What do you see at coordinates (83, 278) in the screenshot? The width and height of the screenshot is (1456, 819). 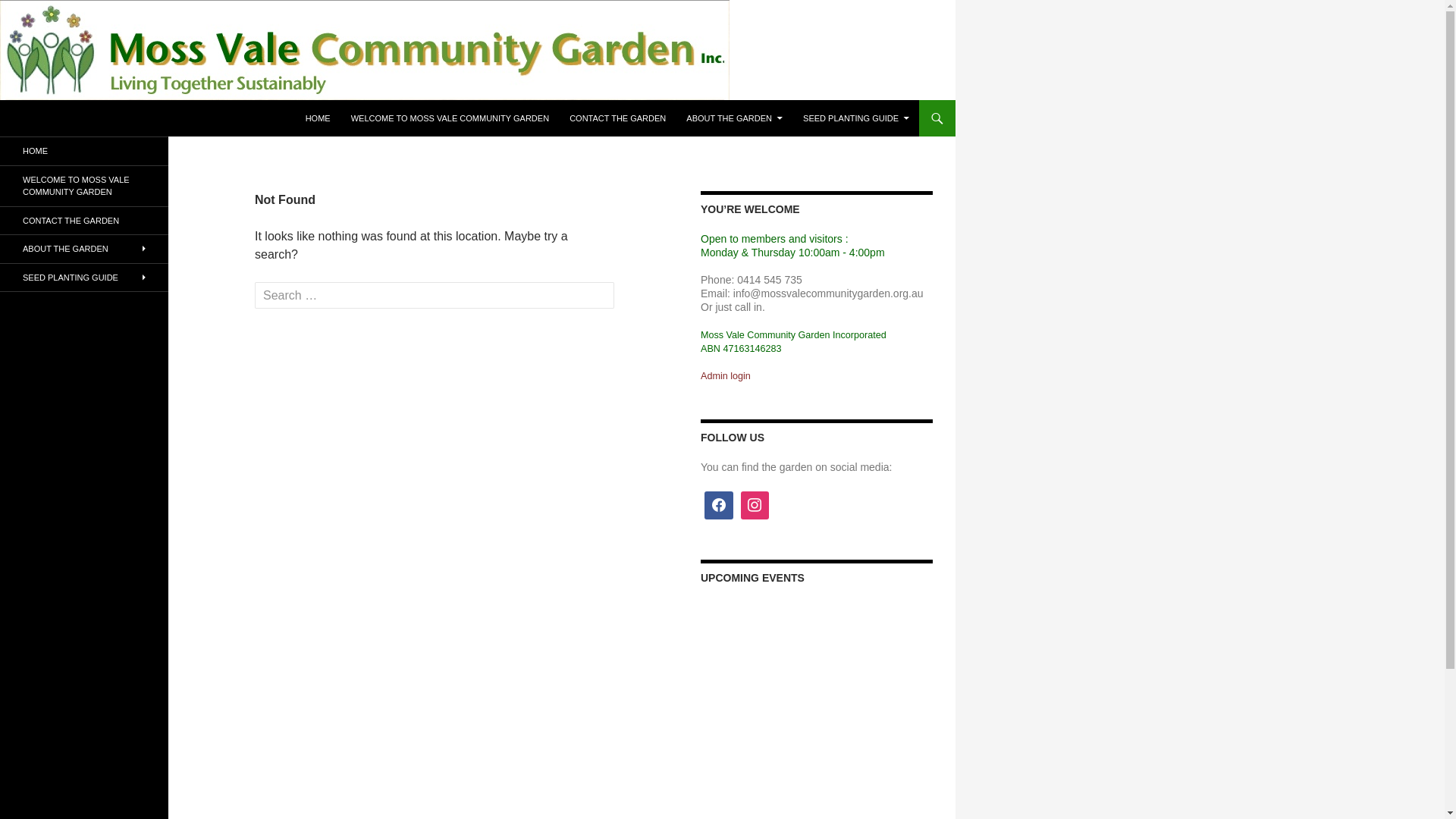 I see `'SEED PLANTING GUIDE'` at bounding box center [83, 278].